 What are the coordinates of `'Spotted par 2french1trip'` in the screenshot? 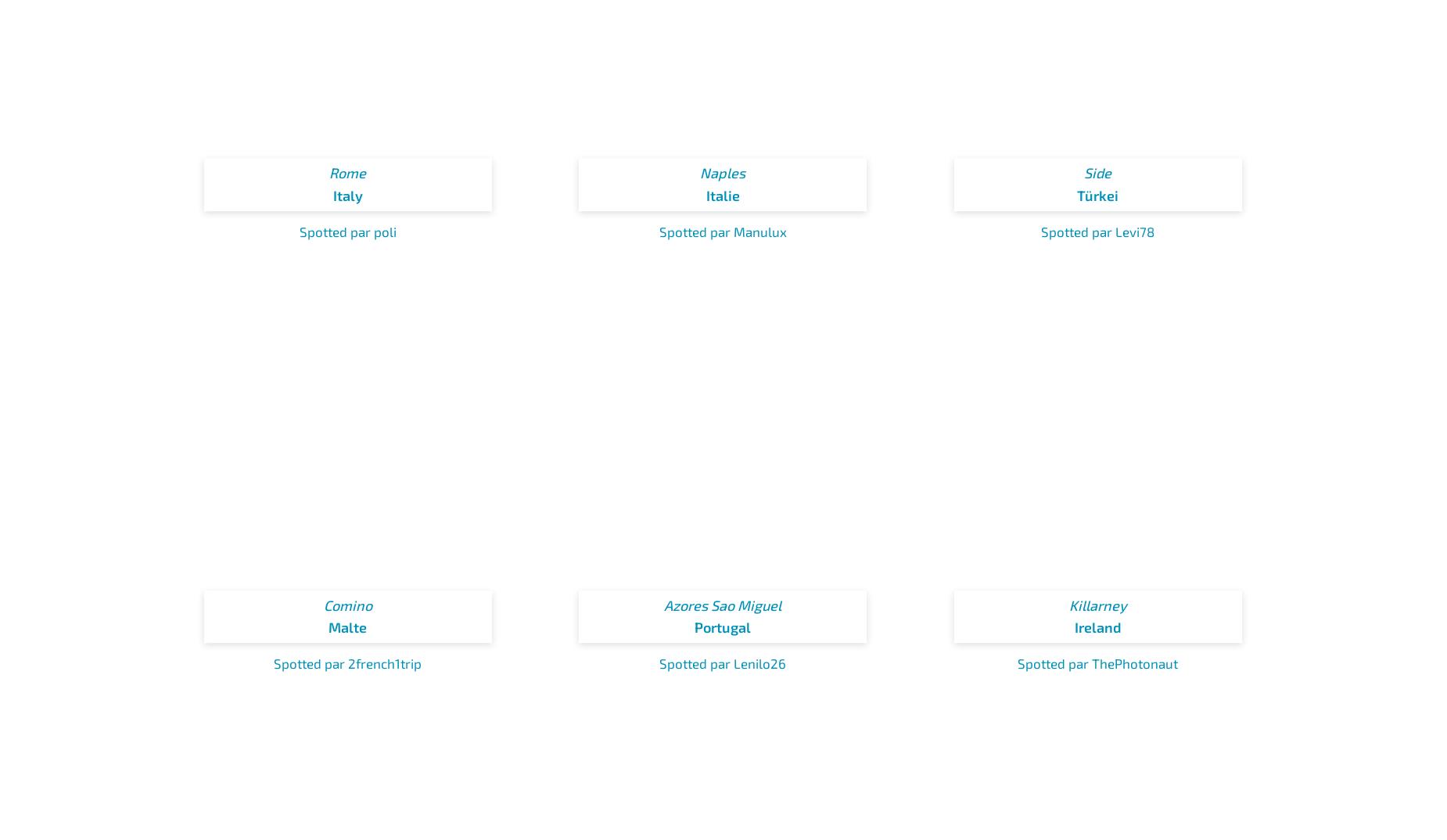 It's located at (346, 663).